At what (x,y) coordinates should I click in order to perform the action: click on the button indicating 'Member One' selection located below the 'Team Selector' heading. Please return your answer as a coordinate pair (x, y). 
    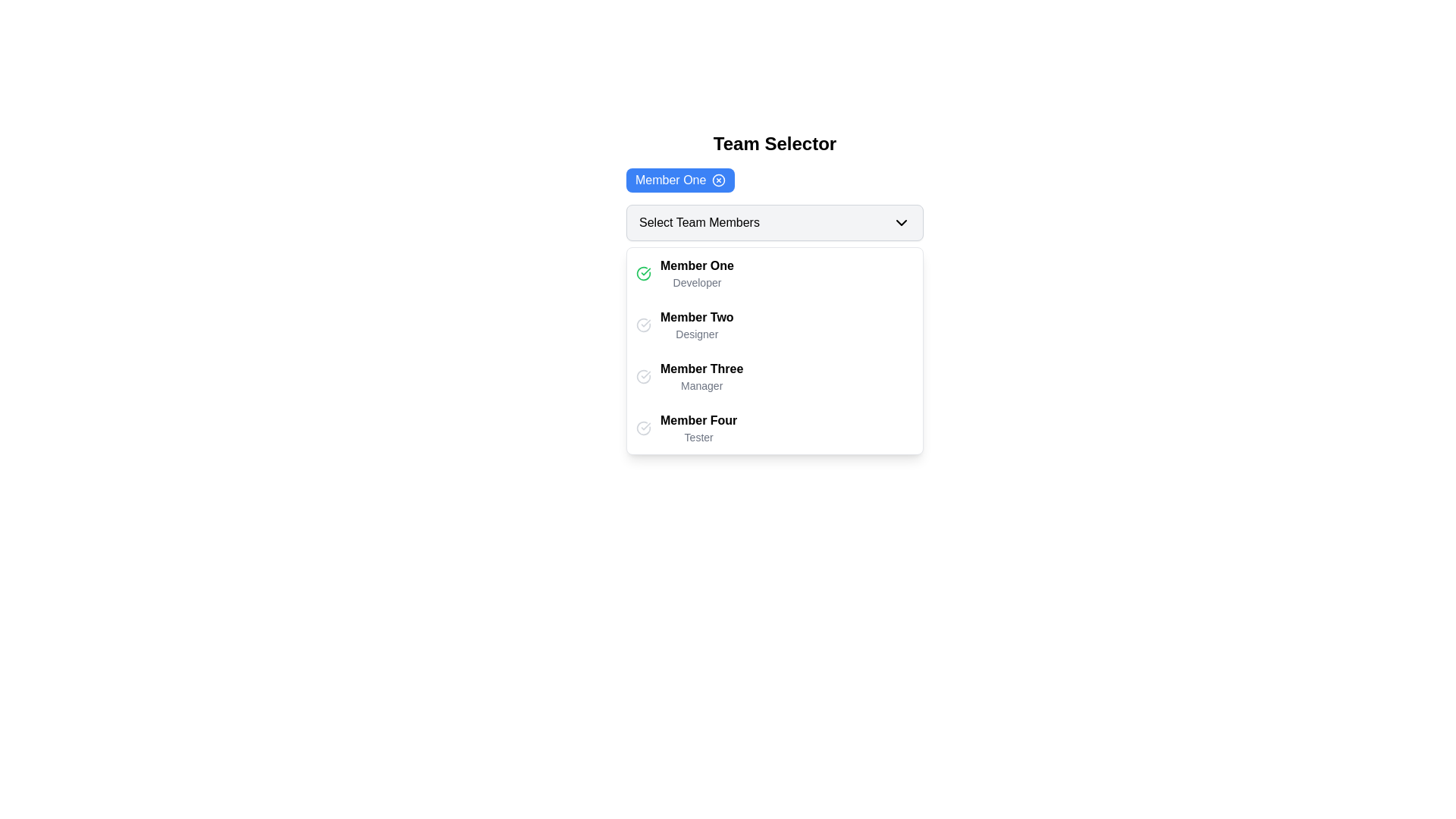
    Looking at the image, I should click on (679, 180).